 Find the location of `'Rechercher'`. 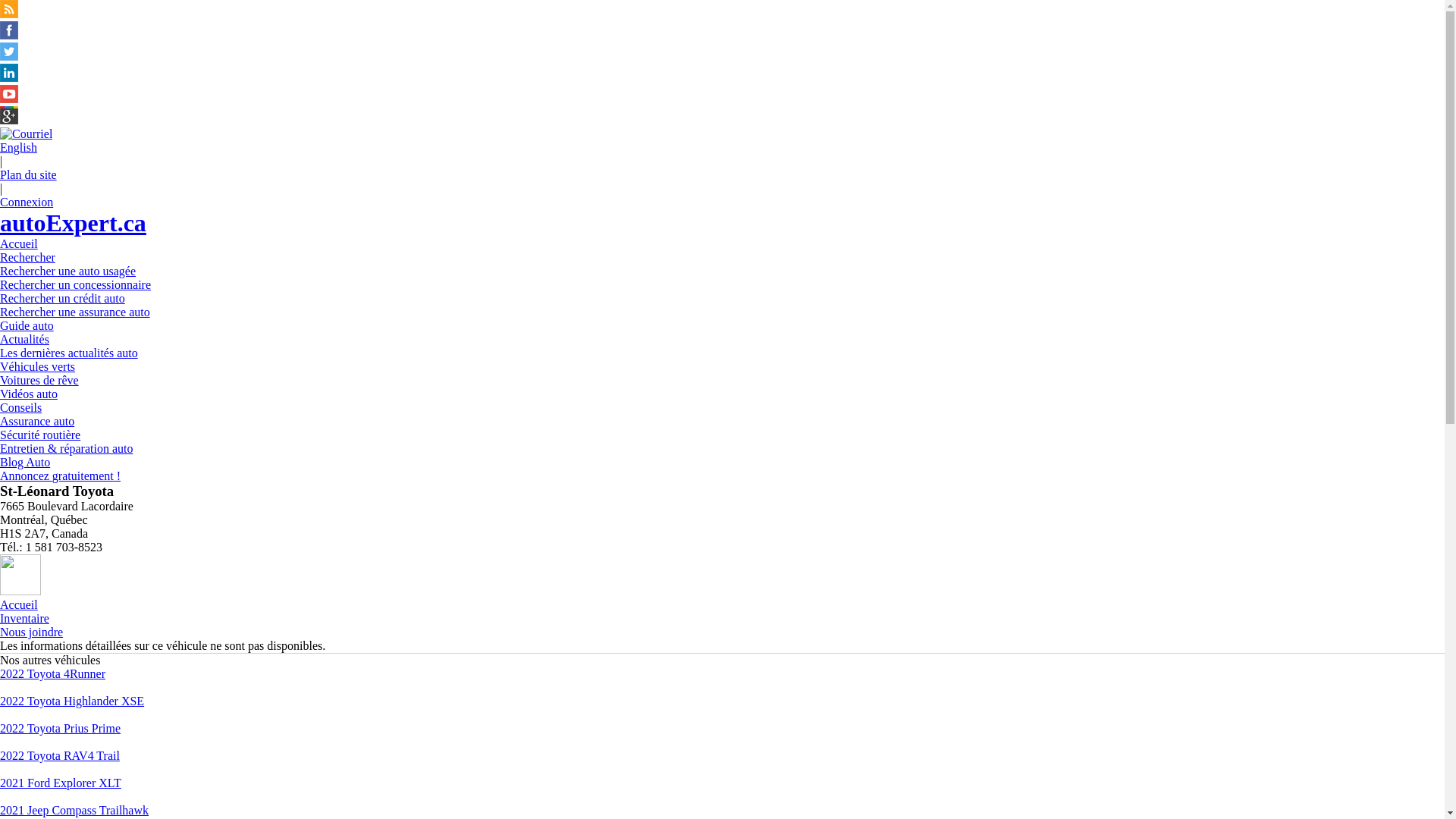

'Rechercher' is located at coordinates (27, 256).